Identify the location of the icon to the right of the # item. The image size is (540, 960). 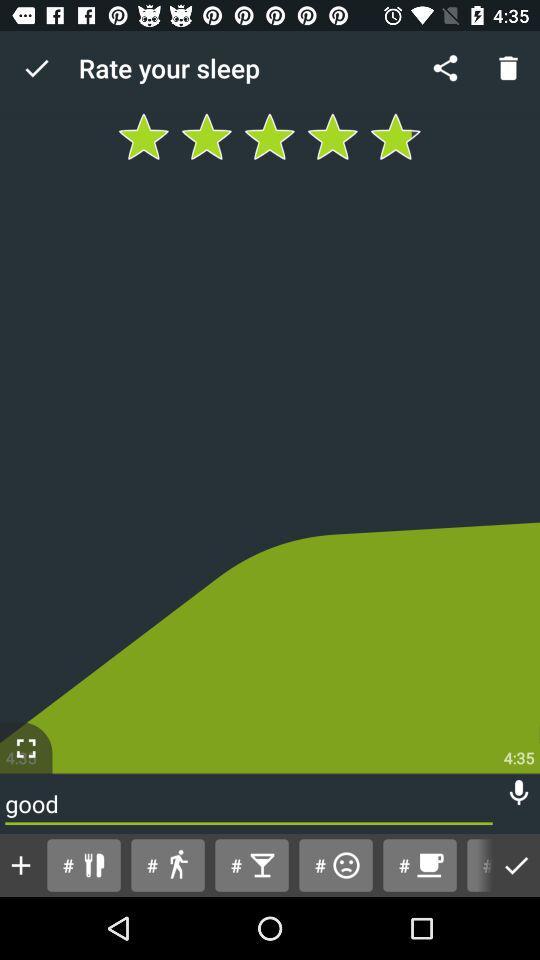
(516, 864).